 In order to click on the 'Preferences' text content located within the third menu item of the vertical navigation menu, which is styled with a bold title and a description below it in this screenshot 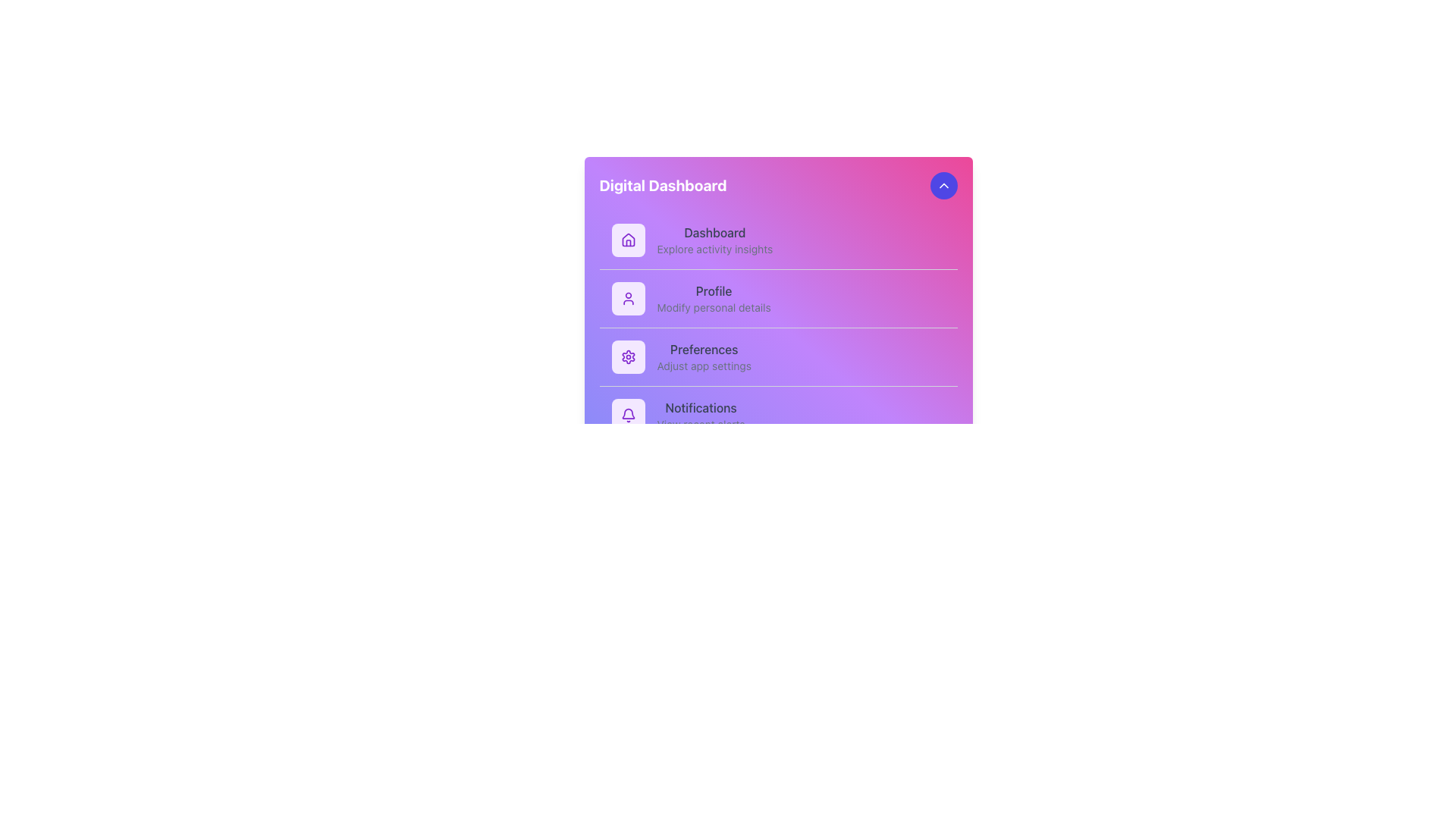, I will do `click(703, 356)`.